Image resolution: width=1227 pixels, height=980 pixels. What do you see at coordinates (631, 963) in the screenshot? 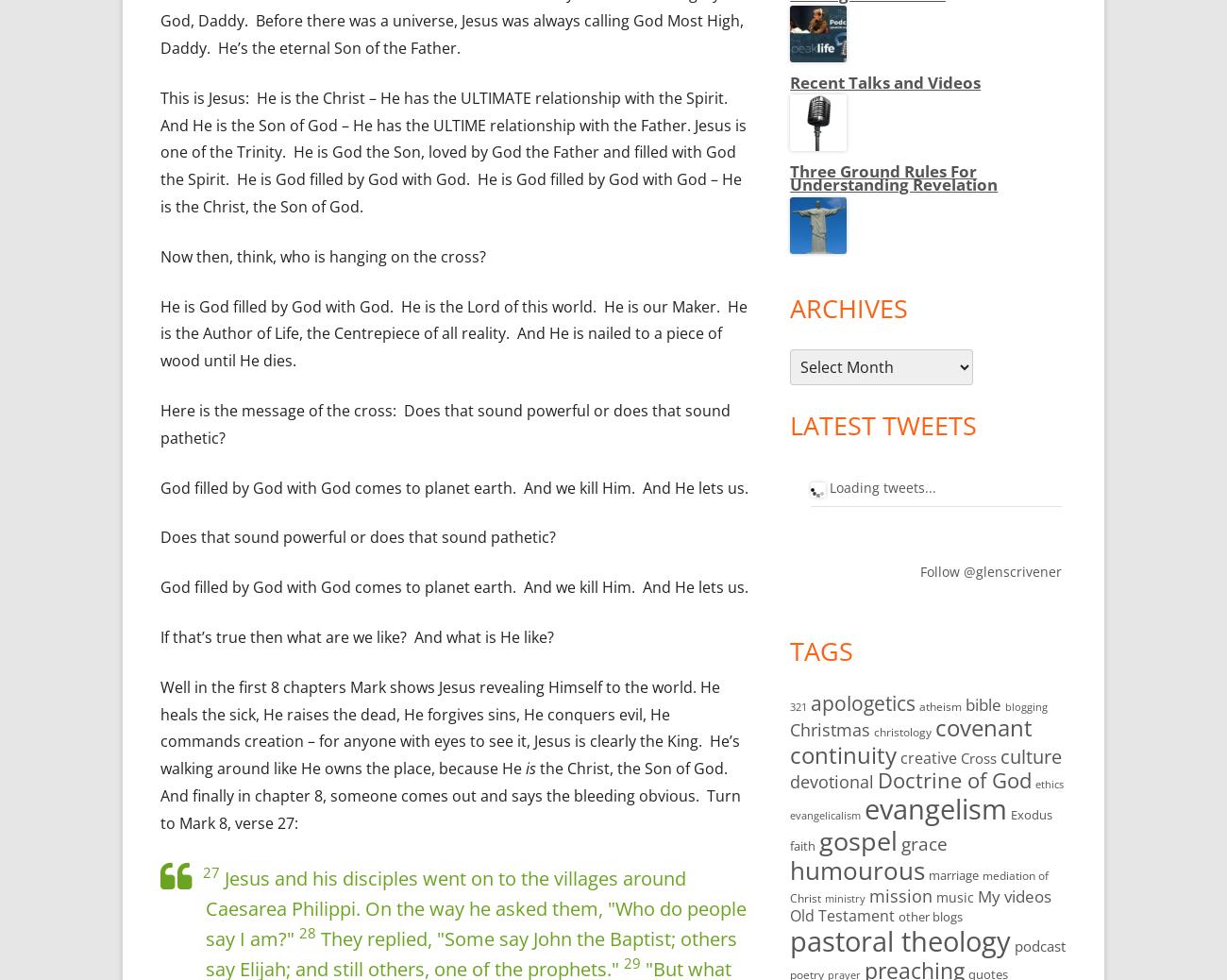
I see `'29'` at bounding box center [631, 963].